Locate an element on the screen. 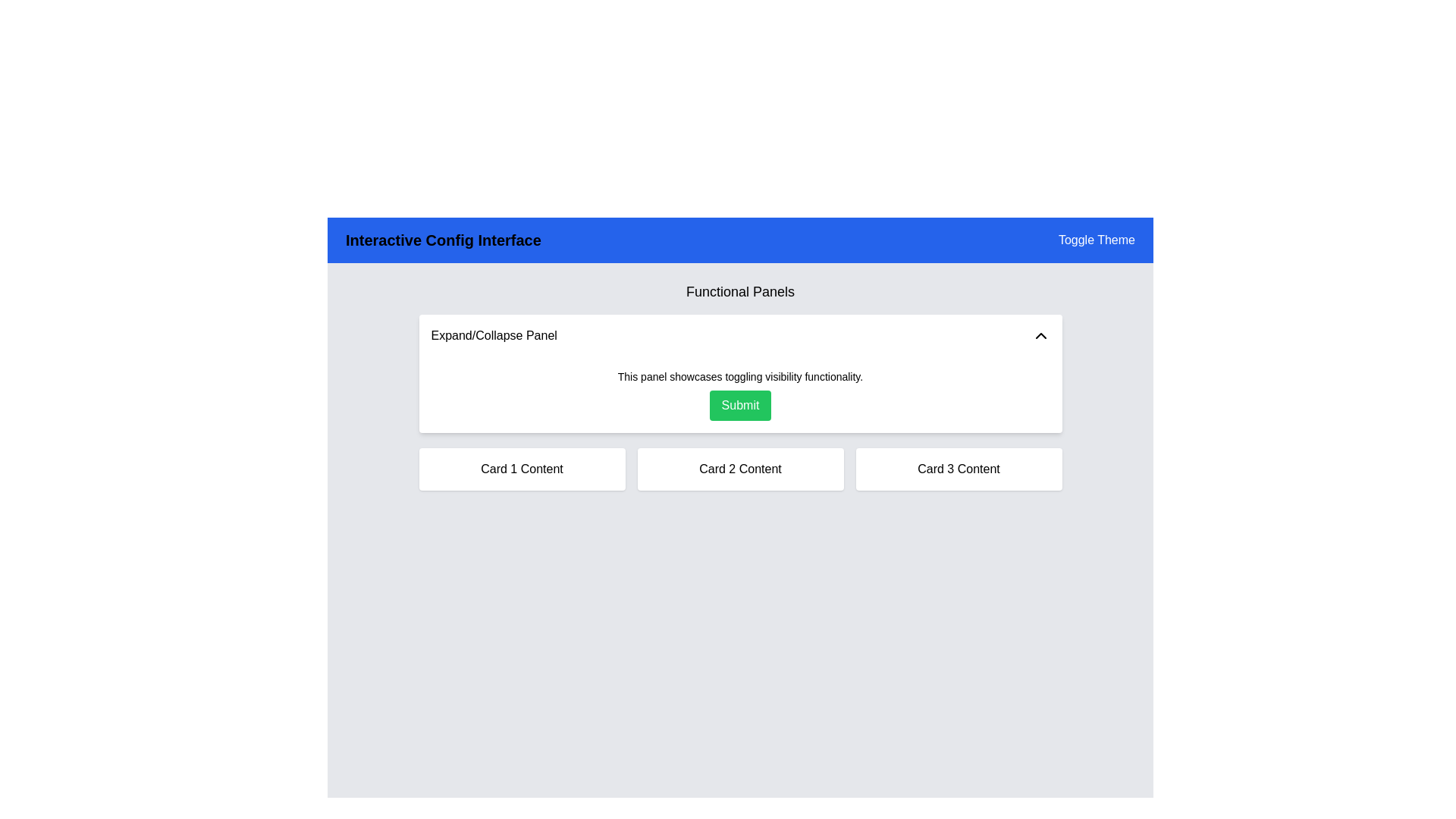 This screenshot has width=1456, height=819. the 'Submit' button located at the bottom of the Collapsible panel with a white background and labeled 'Submit' is located at coordinates (740, 374).